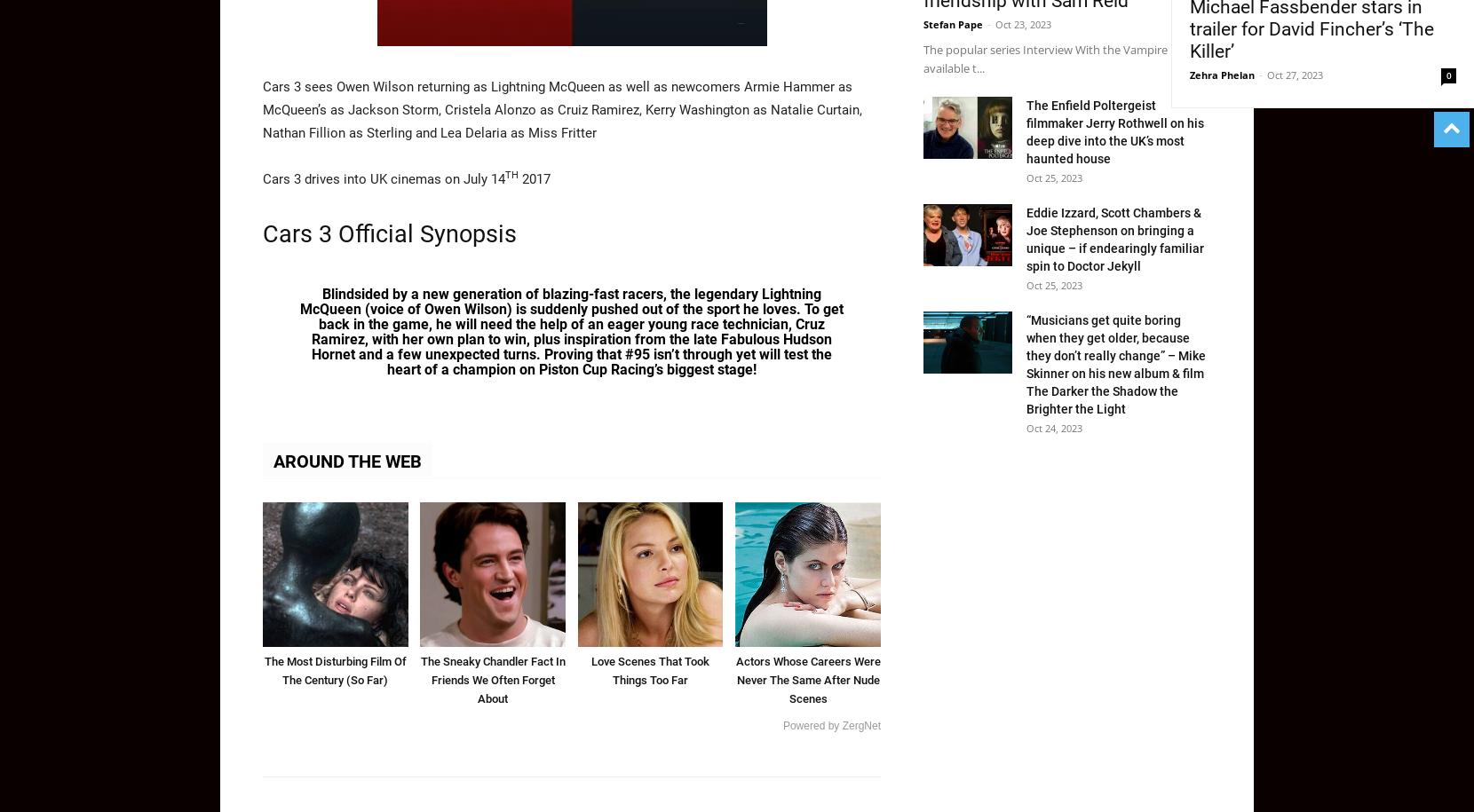 The image size is (1474, 812). What do you see at coordinates (988, 23) in the screenshot?
I see `'-'` at bounding box center [988, 23].